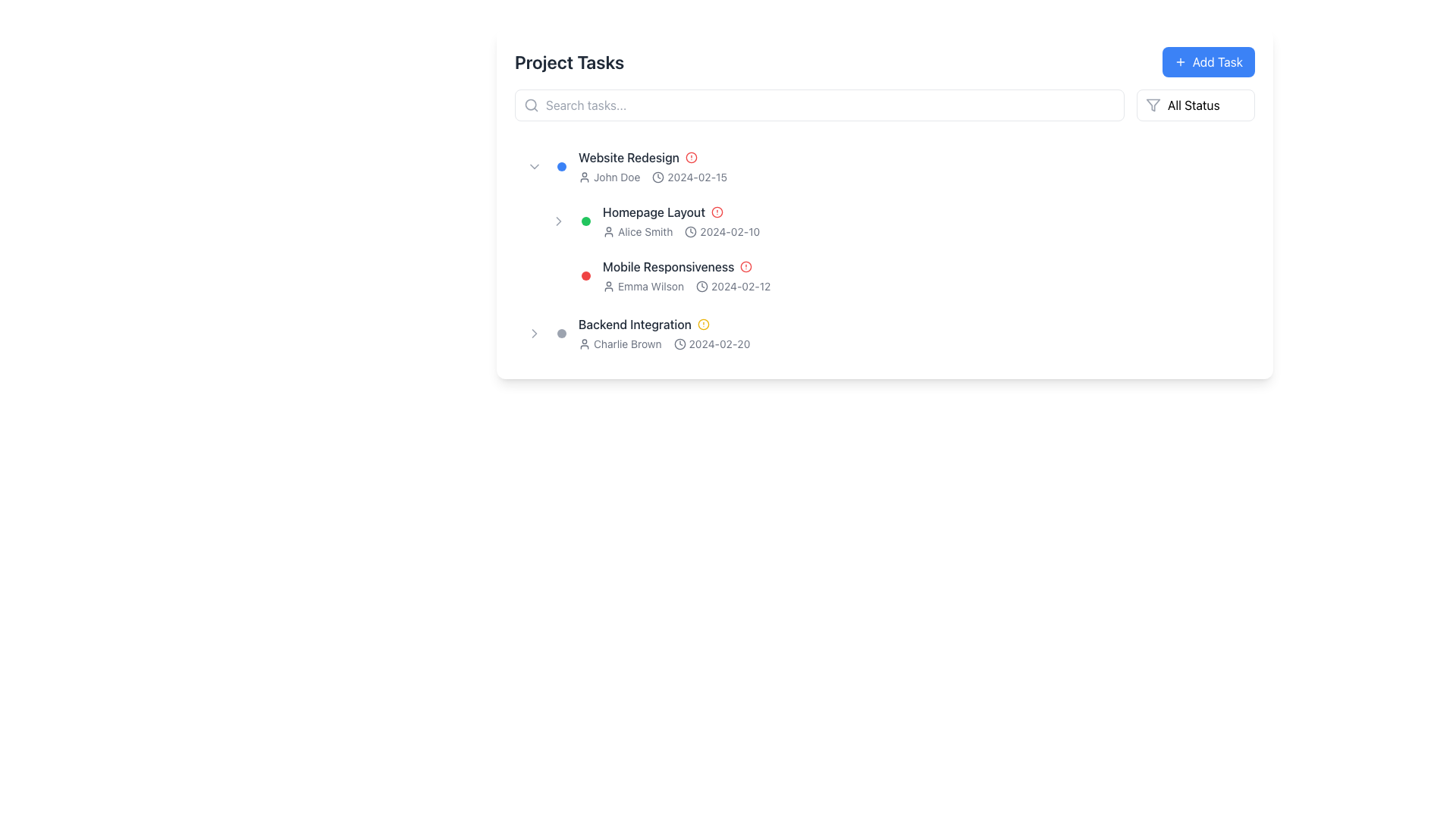  What do you see at coordinates (896, 275) in the screenshot?
I see `the third task item in the project management system, located under 'Website Redesign'` at bounding box center [896, 275].